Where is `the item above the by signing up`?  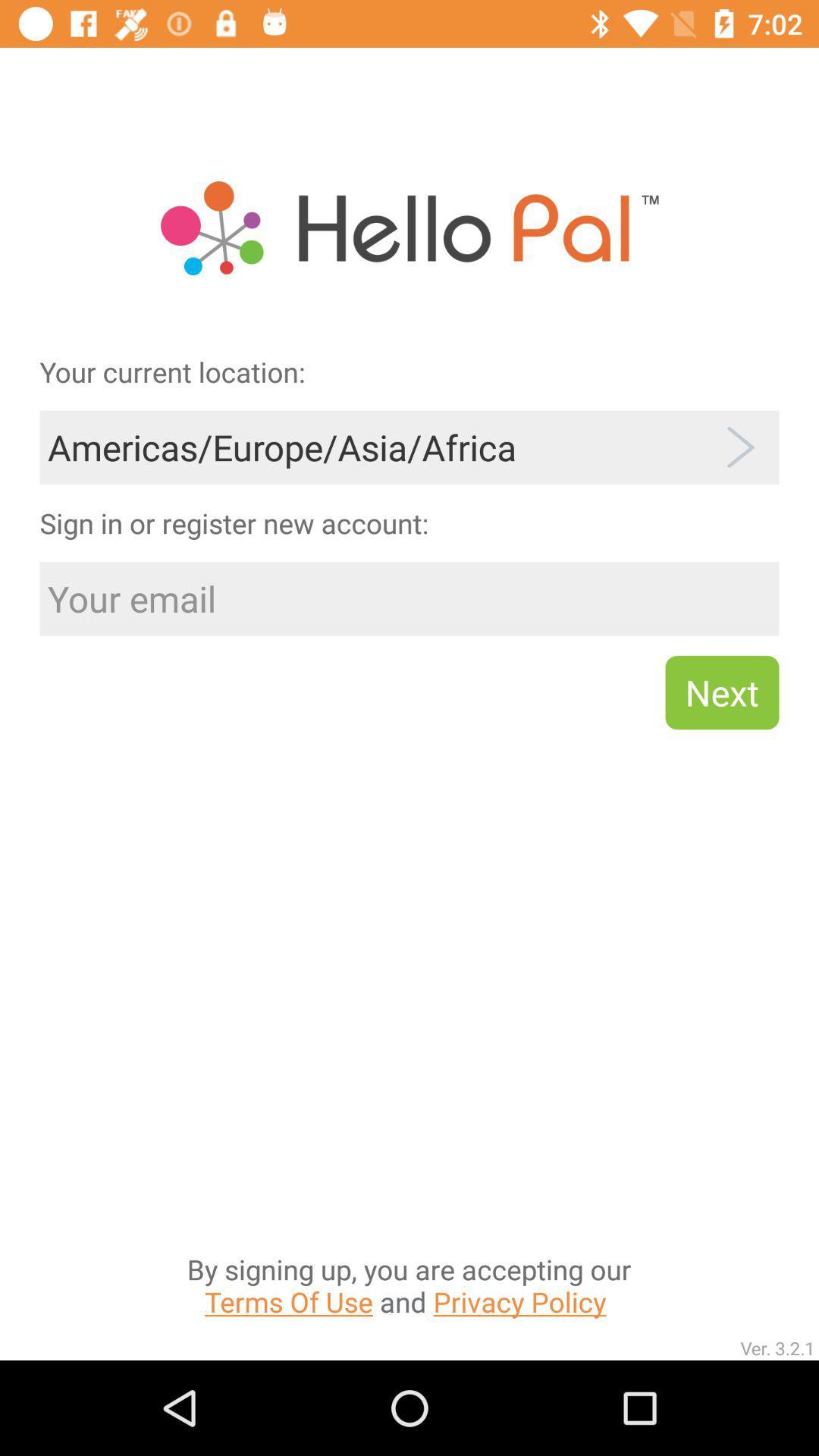 the item above the by signing up is located at coordinates (721, 692).